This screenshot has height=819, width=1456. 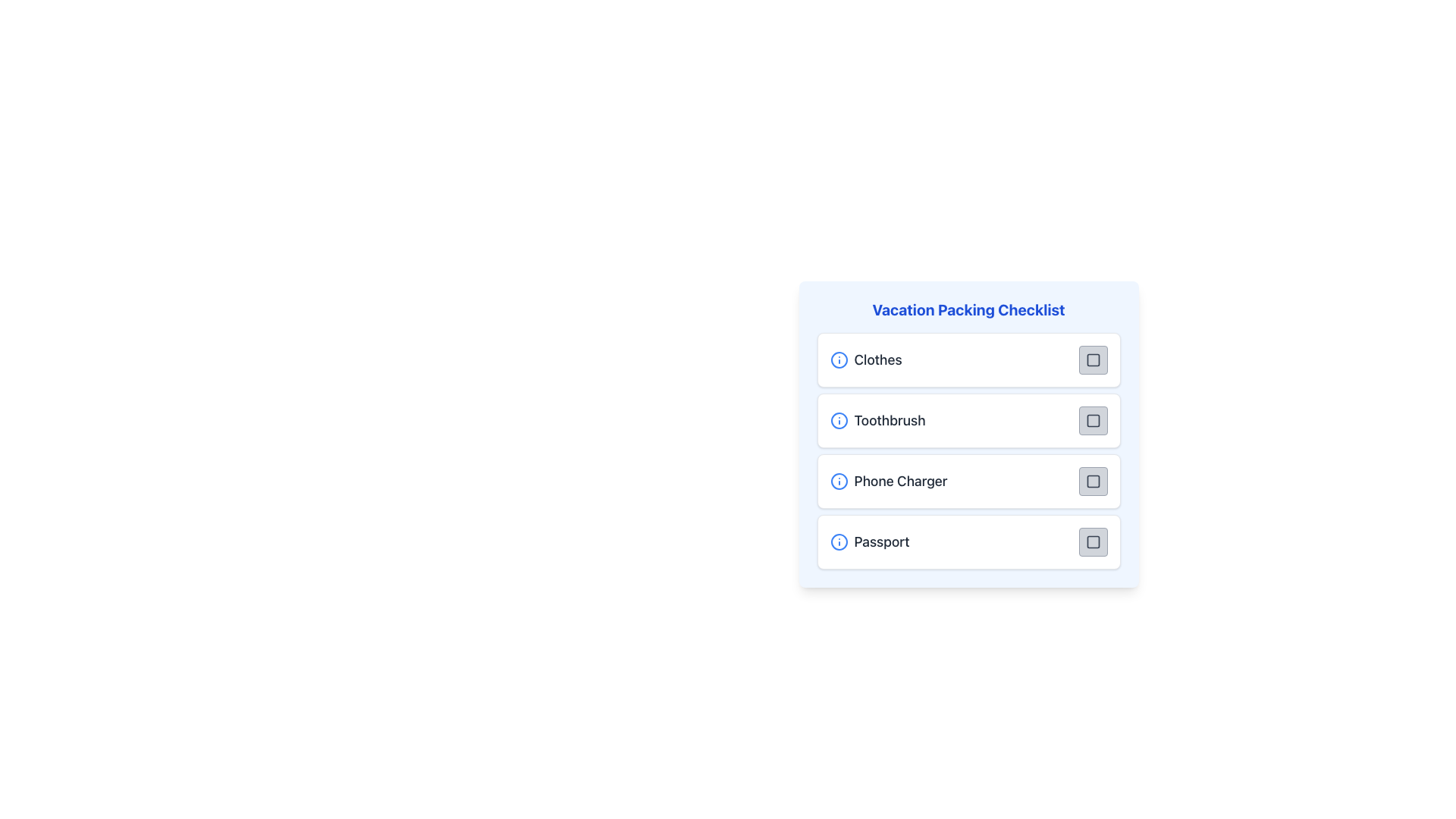 What do you see at coordinates (878, 359) in the screenshot?
I see `text of the first Text Label in the 'Vacation Packing Checklist' that describes an item in the checklist, positioned directly beneath the section title` at bounding box center [878, 359].